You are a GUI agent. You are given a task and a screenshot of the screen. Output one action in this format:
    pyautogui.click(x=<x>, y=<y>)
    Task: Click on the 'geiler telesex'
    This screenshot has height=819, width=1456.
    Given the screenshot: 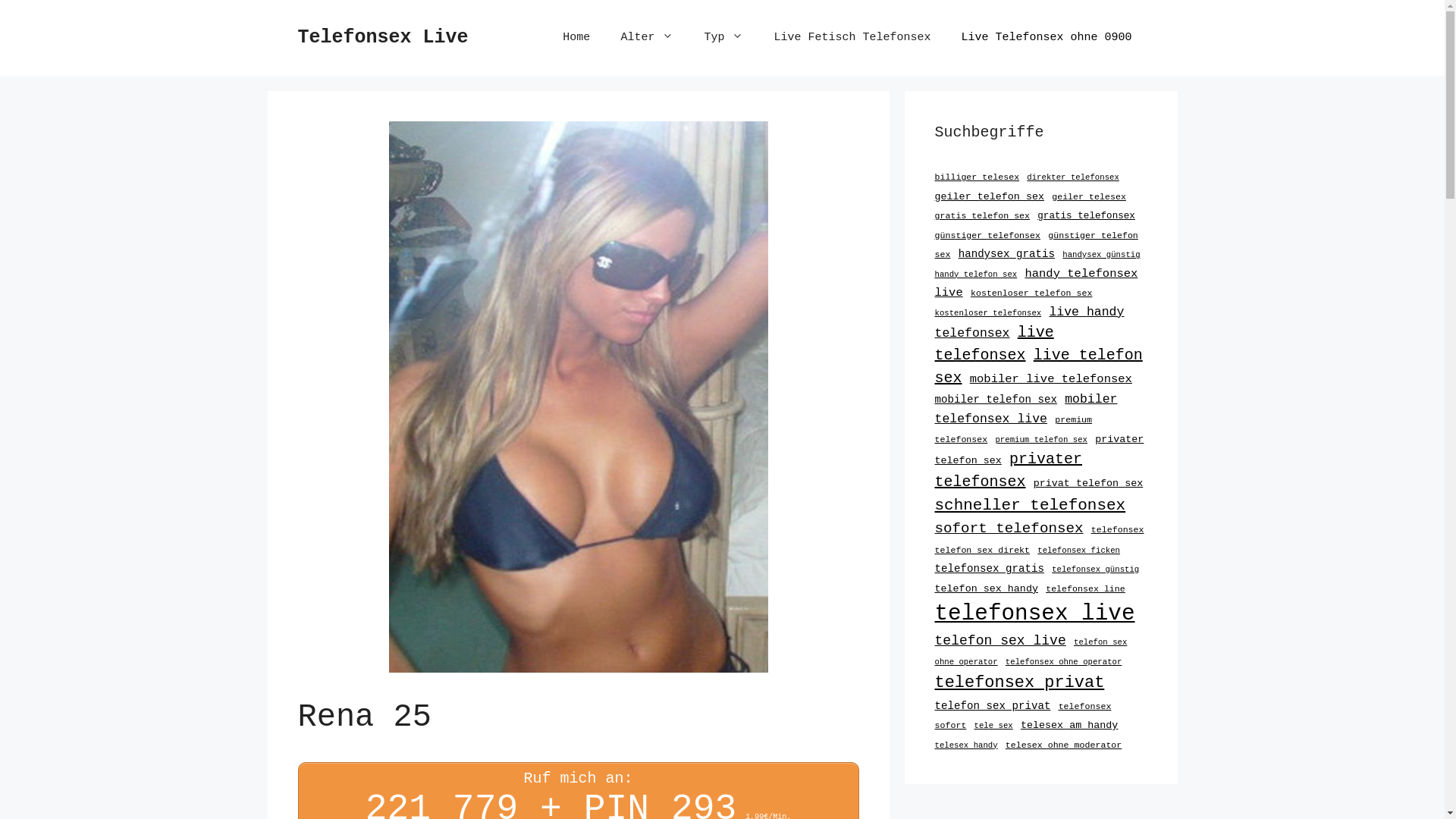 What is the action you would take?
    pyautogui.click(x=1087, y=195)
    